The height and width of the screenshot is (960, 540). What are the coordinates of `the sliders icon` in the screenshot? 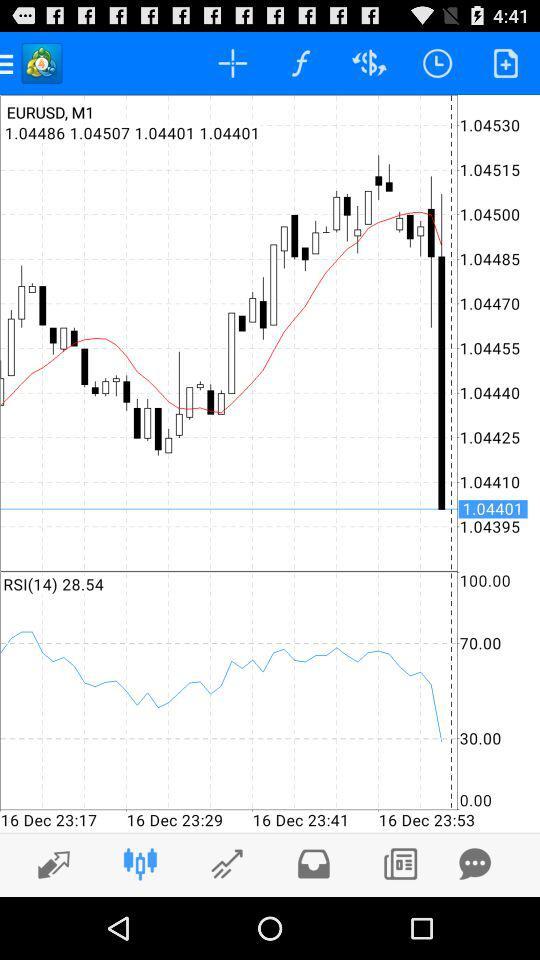 It's located at (139, 924).